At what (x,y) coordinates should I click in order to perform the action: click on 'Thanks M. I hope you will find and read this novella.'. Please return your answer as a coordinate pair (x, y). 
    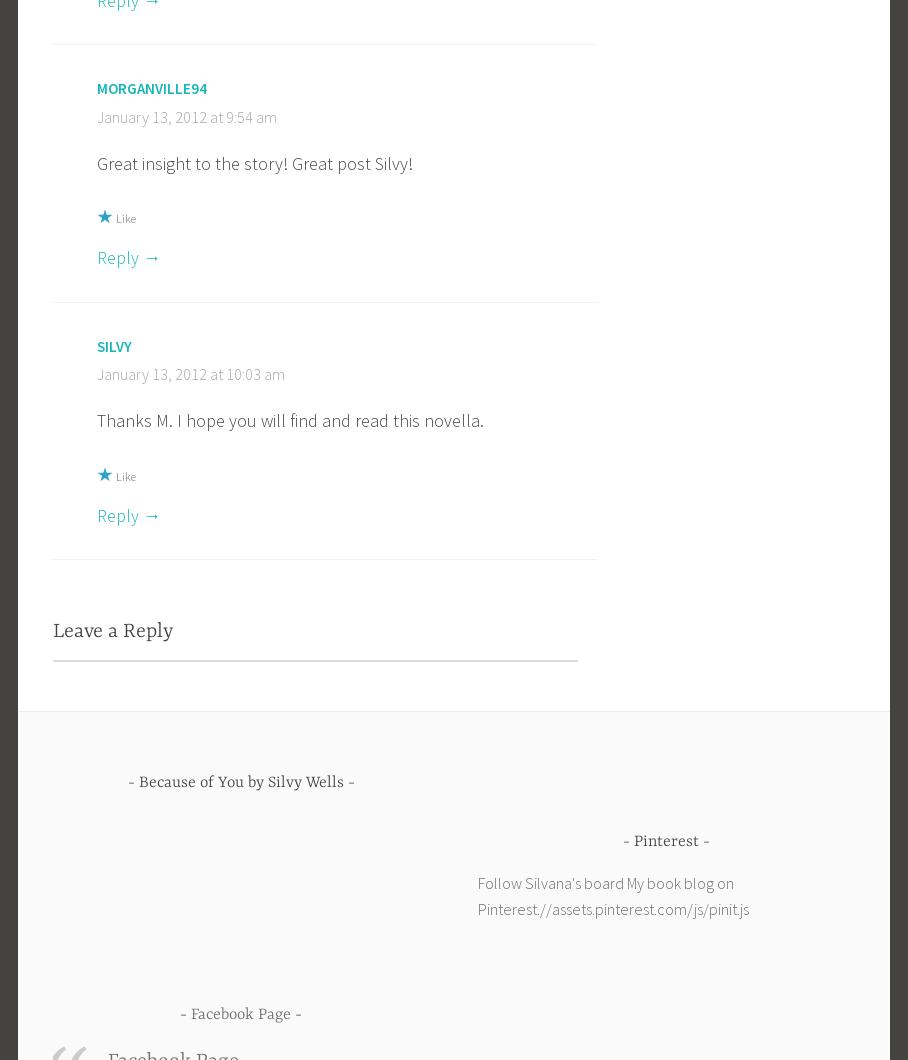
    Looking at the image, I should click on (290, 419).